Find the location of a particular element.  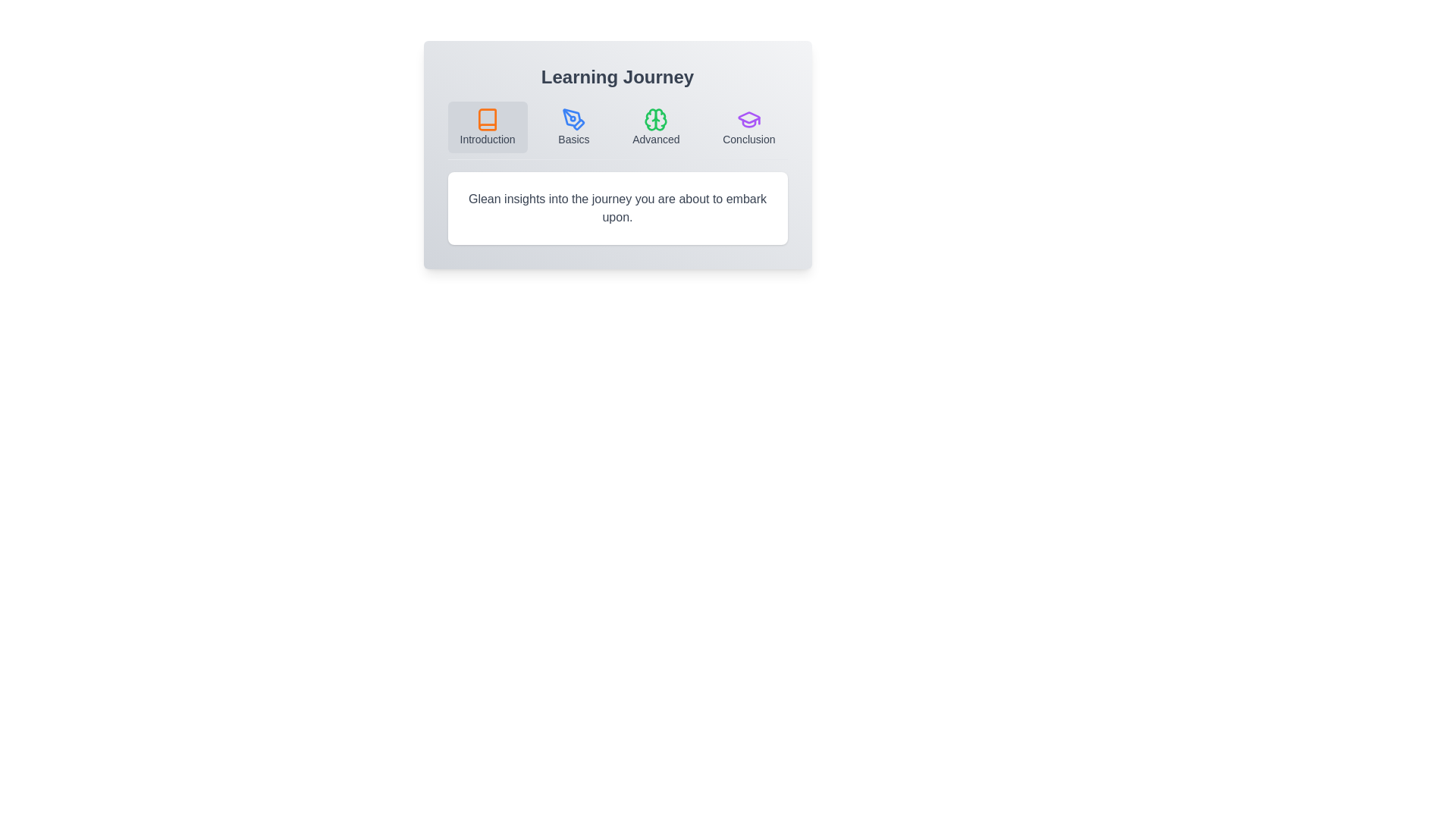

the Conclusion button to select the Conclusion topic is located at coordinates (748, 127).